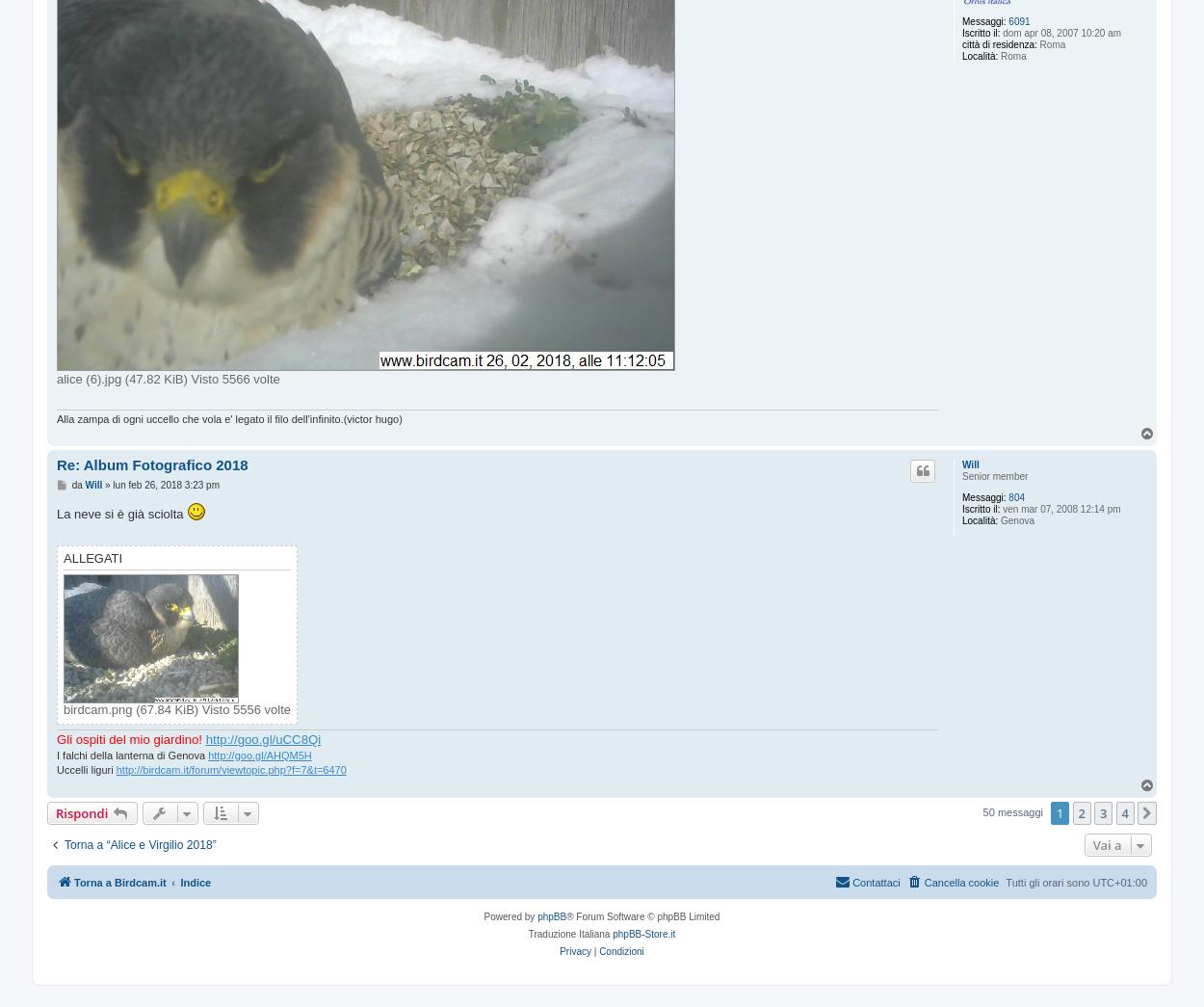 The height and width of the screenshot is (1007, 1204). What do you see at coordinates (1048, 882) in the screenshot?
I see `'Tutti gli orari sono'` at bounding box center [1048, 882].